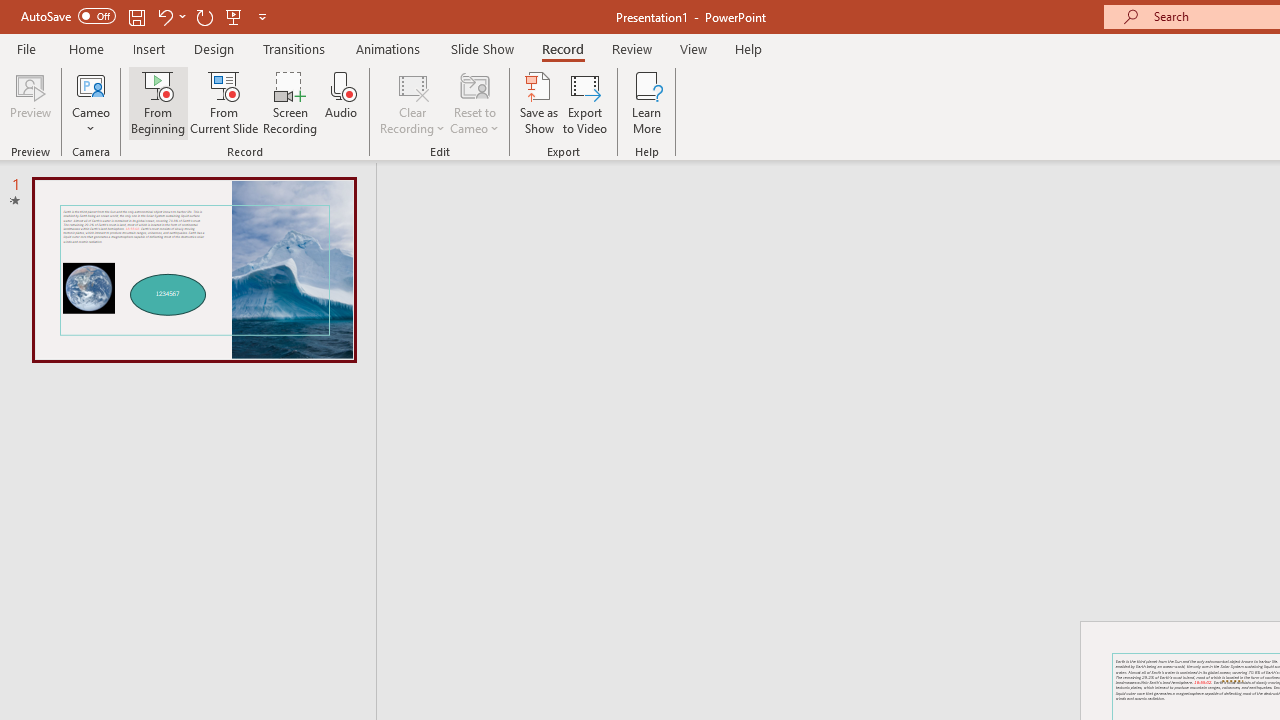 The height and width of the screenshot is (720, 1280). What do you see at coordinates (647, 103) in the screenshot?
I see `'Learn More'` at bounding box center [647, 103].